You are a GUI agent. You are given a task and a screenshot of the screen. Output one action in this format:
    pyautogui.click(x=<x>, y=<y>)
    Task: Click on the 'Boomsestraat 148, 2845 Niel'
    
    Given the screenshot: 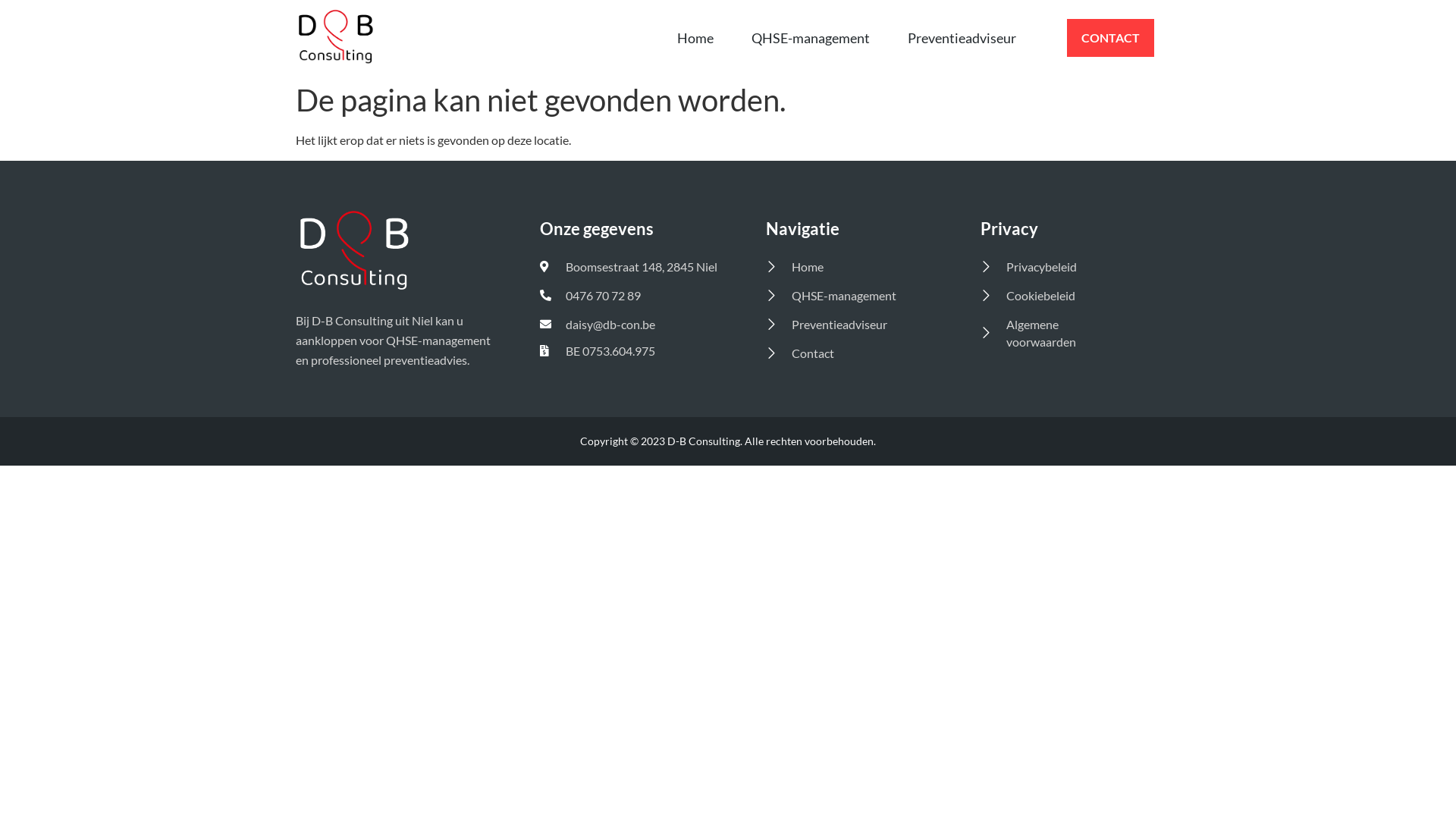 What is the action you would take?
    pyautogui.click(x=632, y=265)
    